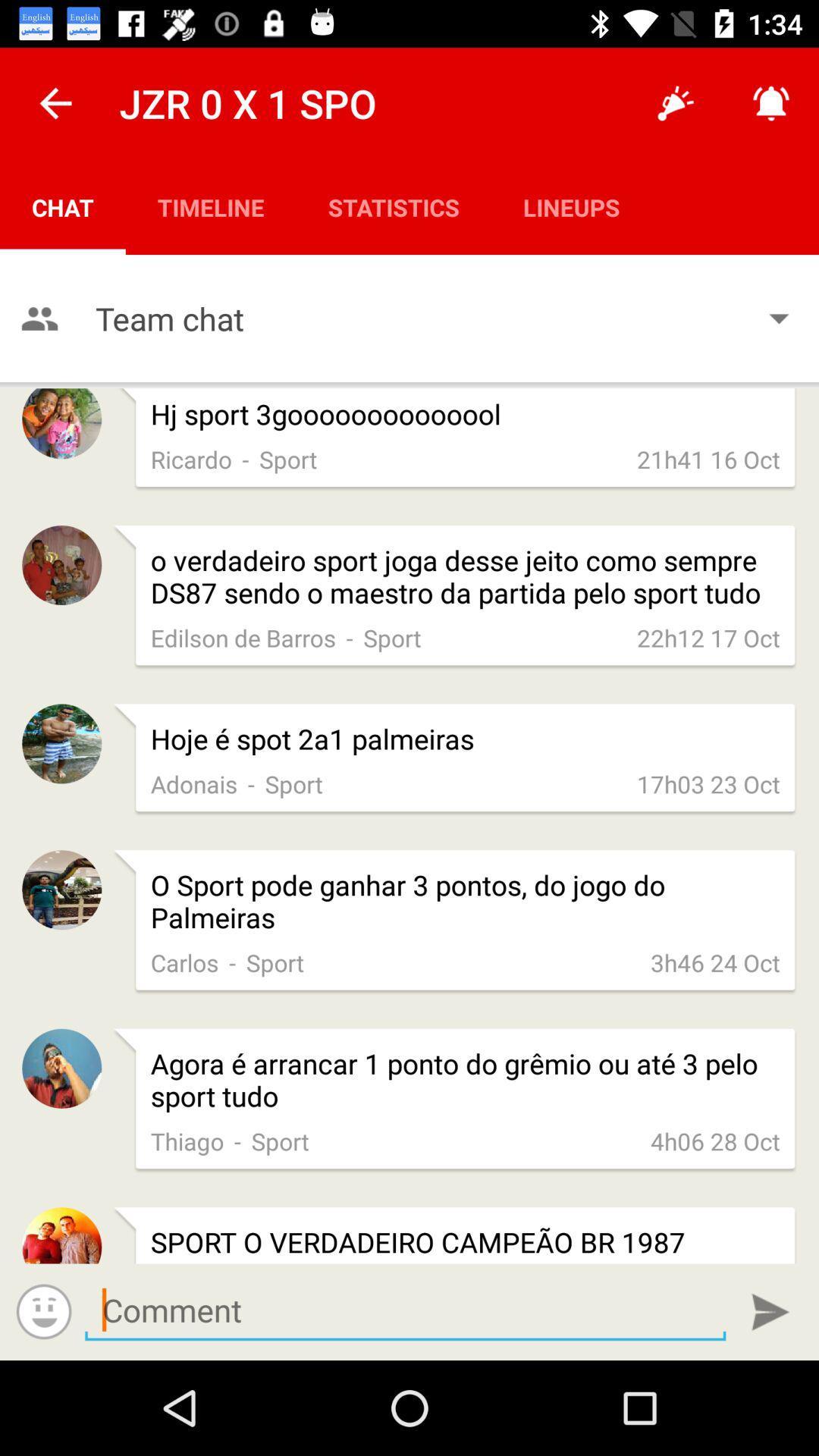 The image size is (819, 1456). What do you see at coordinates (43, 1310) in the screenshot?
I see `the emoji icon` at bounding box center [43, 1310].